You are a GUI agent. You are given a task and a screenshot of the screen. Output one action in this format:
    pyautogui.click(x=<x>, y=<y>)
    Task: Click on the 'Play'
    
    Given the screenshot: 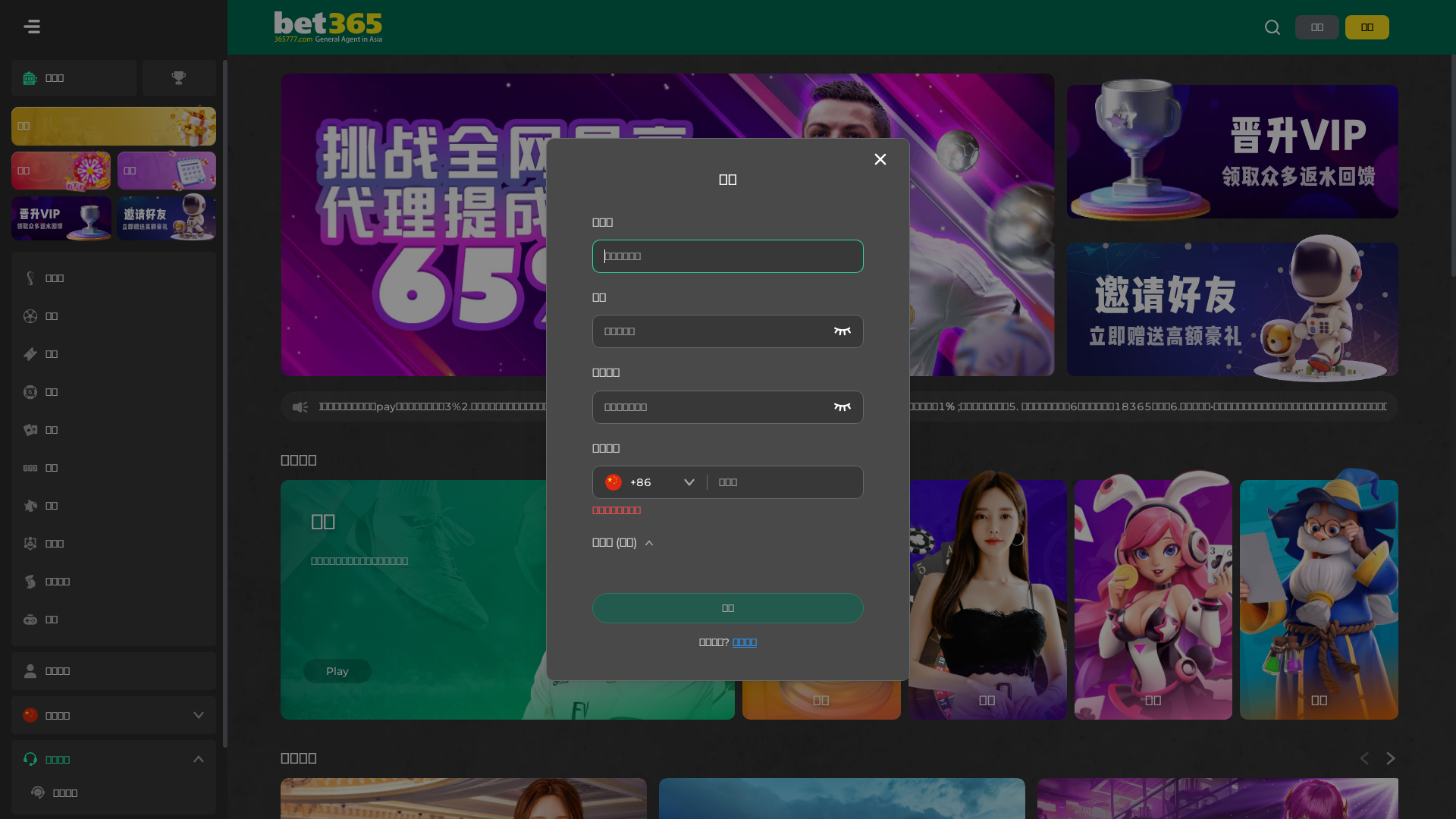 What is the action you would take?
    pyautogui.click(x=337, y=670)
    